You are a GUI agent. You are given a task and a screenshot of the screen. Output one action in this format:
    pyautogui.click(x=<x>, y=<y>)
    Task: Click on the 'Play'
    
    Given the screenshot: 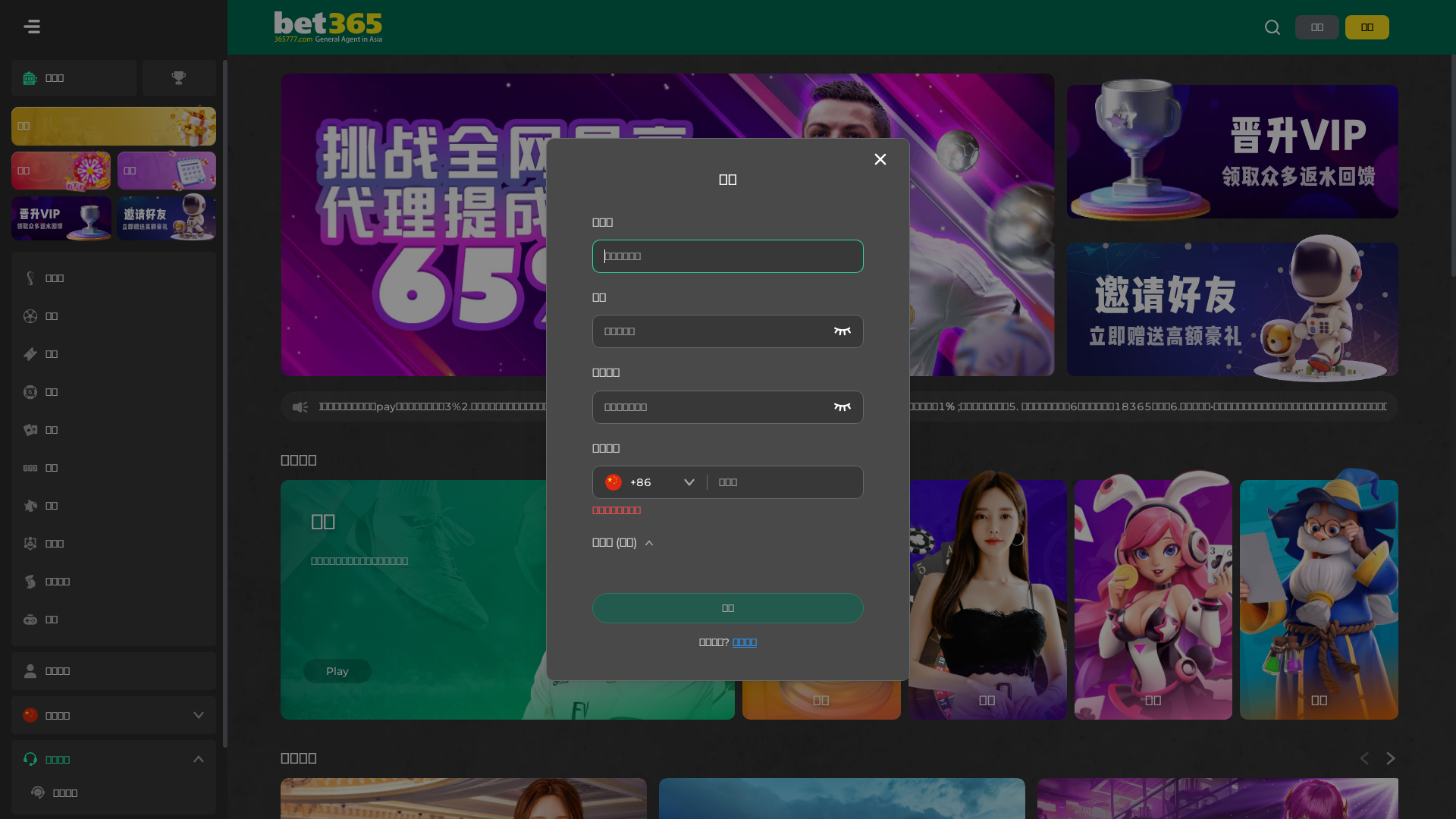 What is the action you would take?
    pyautogui.click(x=337, y=670)
    